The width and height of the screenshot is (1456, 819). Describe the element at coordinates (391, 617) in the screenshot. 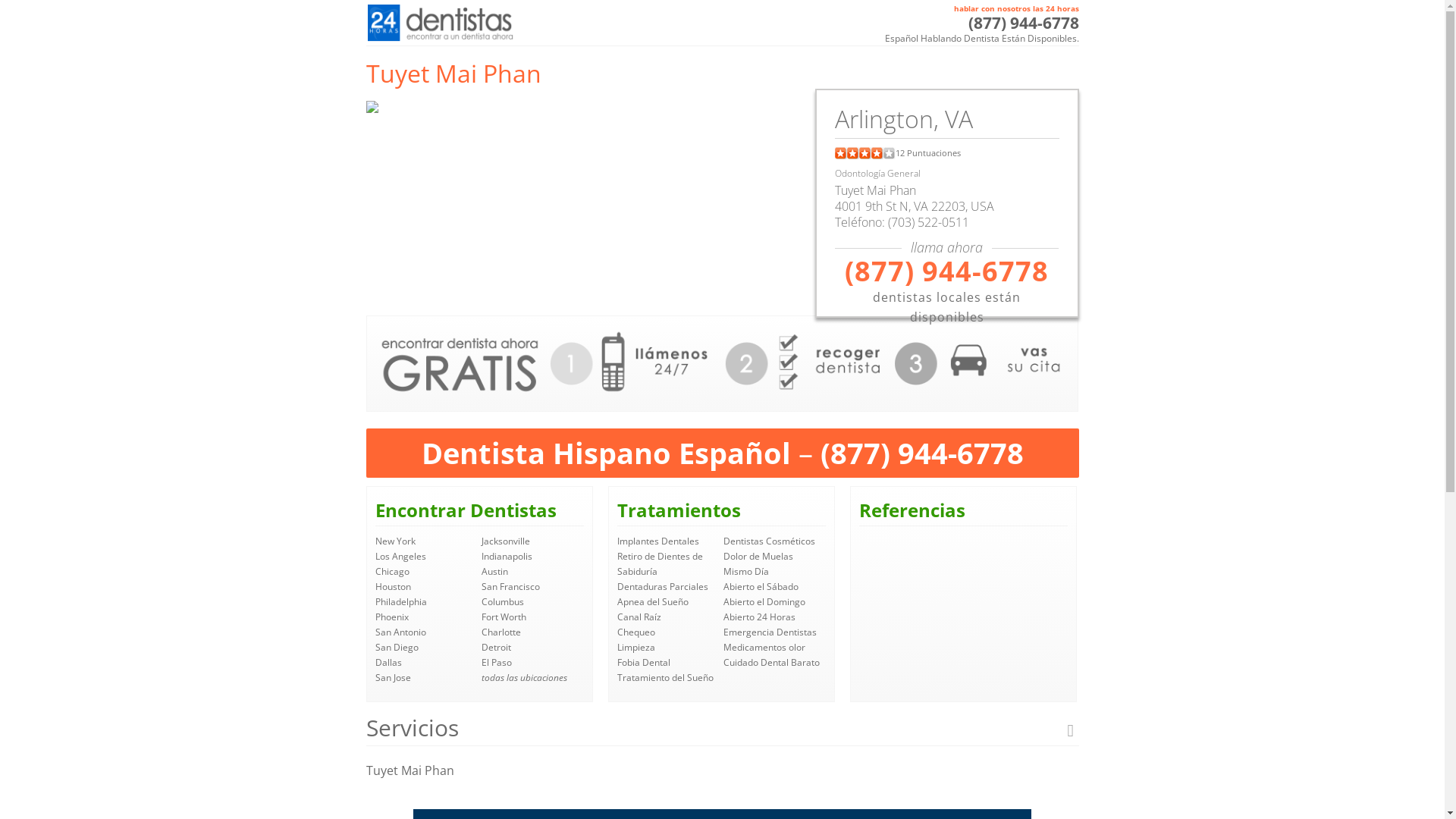

I see `'Phoenix'` at that location.